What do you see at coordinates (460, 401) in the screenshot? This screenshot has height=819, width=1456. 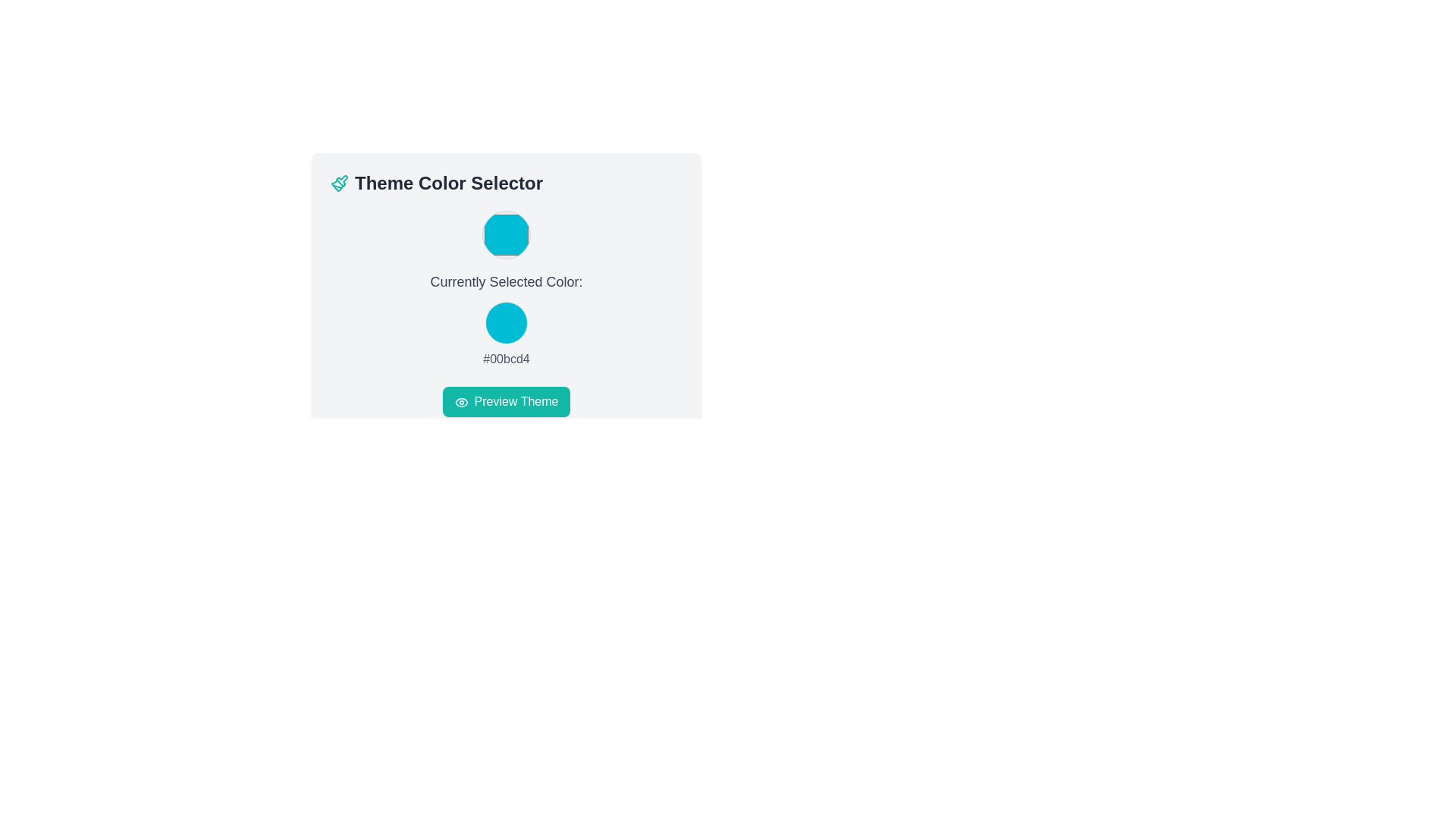 I see `the small white eye icon located to the left of the 'Preview Theme' button, which is aligned horizontally with the button text` at bounding box center [460, 401].